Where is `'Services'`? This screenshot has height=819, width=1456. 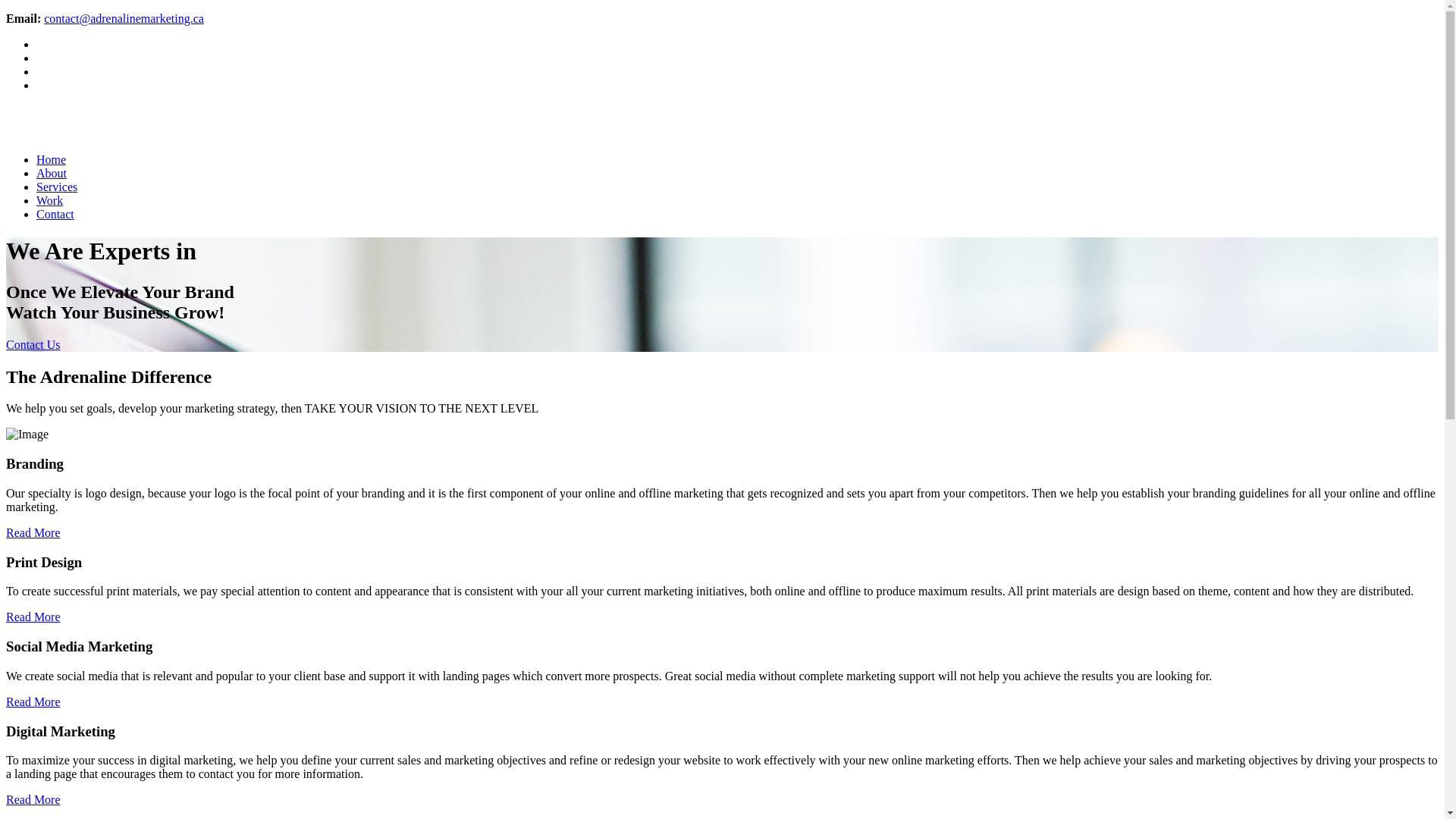 'Services' is located at coordinates (57, 186).